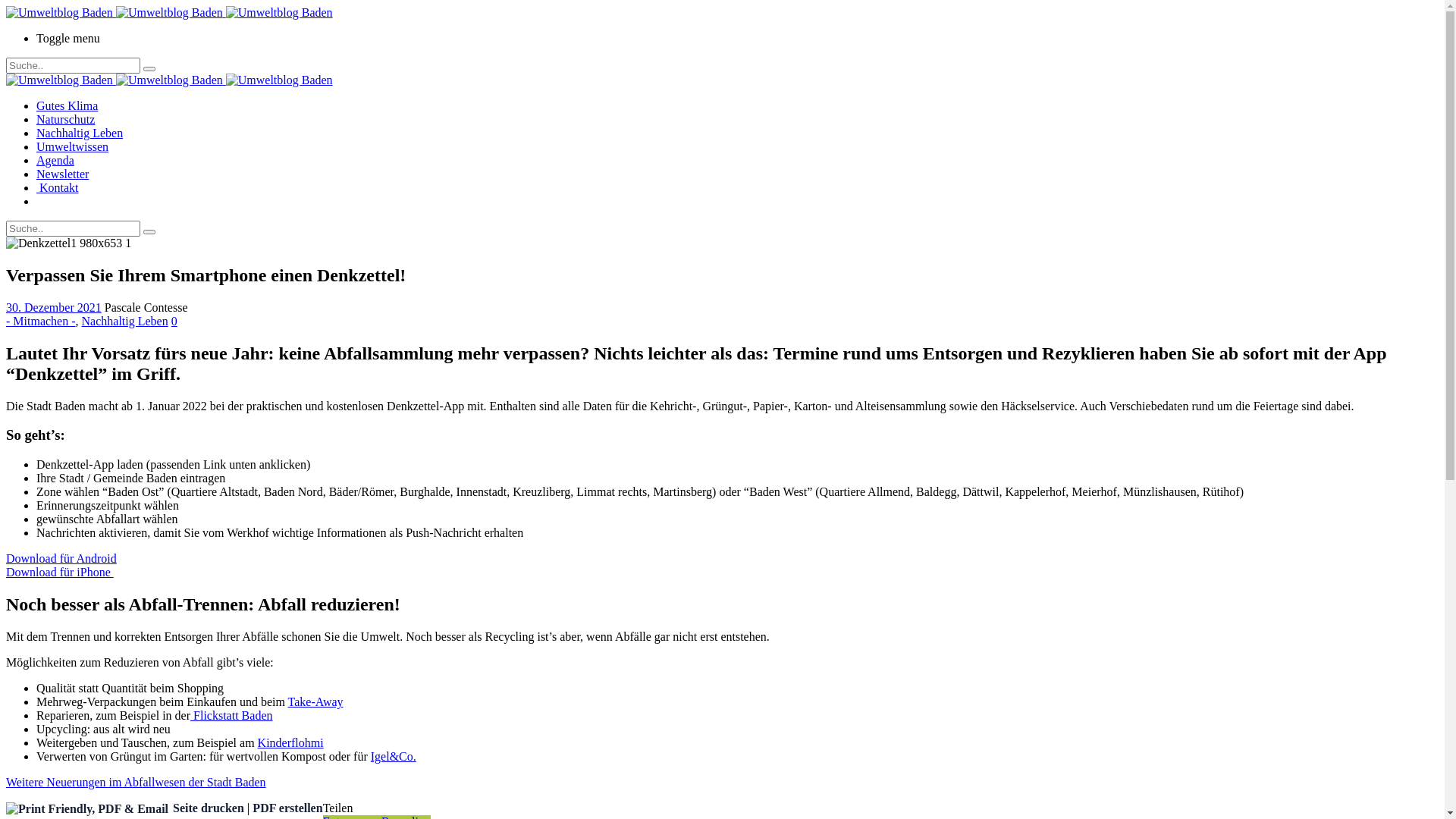 This screenshot has width=1456, height=819. I want to click on 'Take-Away', so click(287, 701).